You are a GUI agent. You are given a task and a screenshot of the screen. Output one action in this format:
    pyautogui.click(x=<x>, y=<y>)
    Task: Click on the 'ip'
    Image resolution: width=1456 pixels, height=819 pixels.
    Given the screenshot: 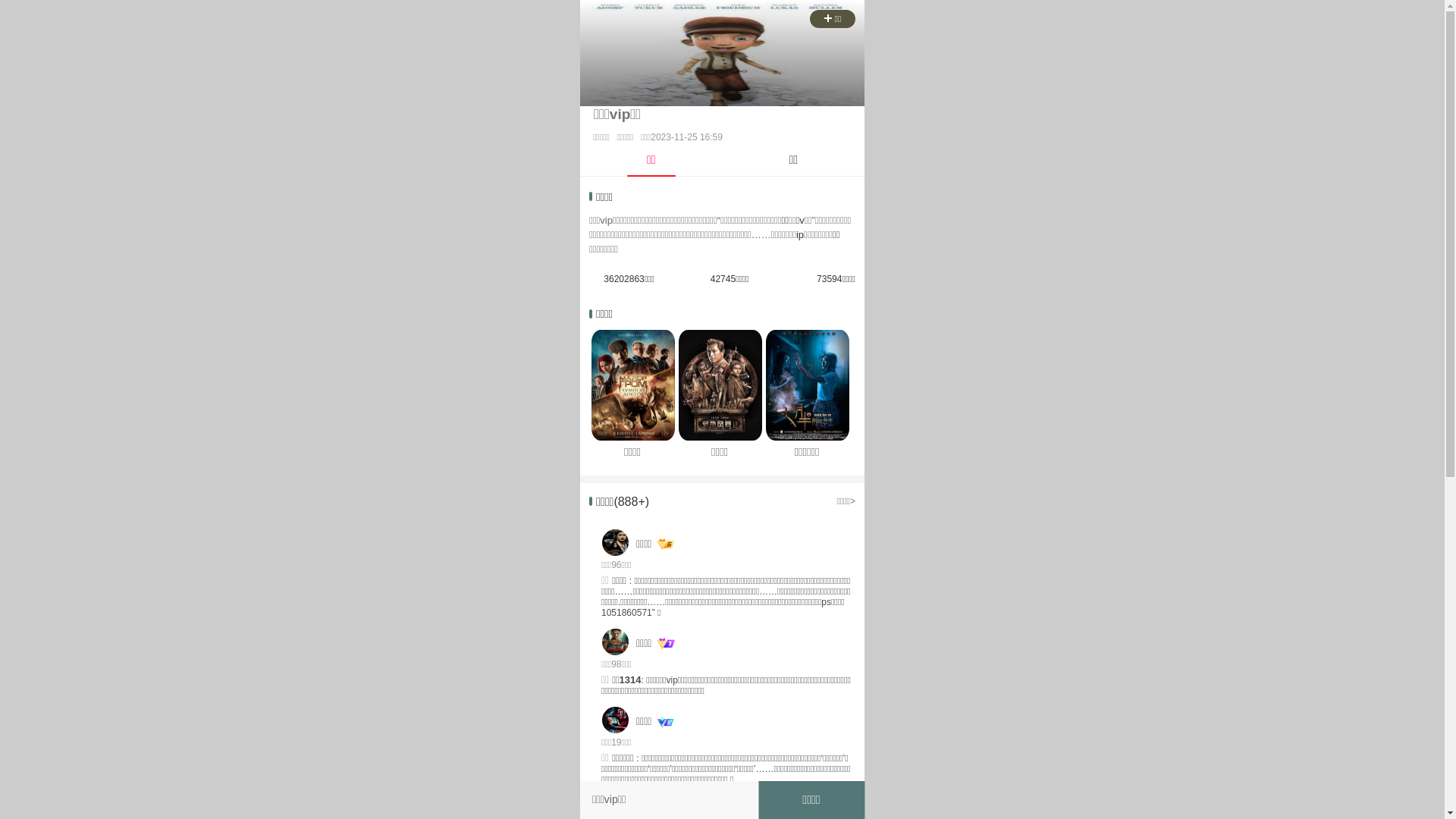 What is the action you would take?
    pyautogui.click(x=799, y=234)
    